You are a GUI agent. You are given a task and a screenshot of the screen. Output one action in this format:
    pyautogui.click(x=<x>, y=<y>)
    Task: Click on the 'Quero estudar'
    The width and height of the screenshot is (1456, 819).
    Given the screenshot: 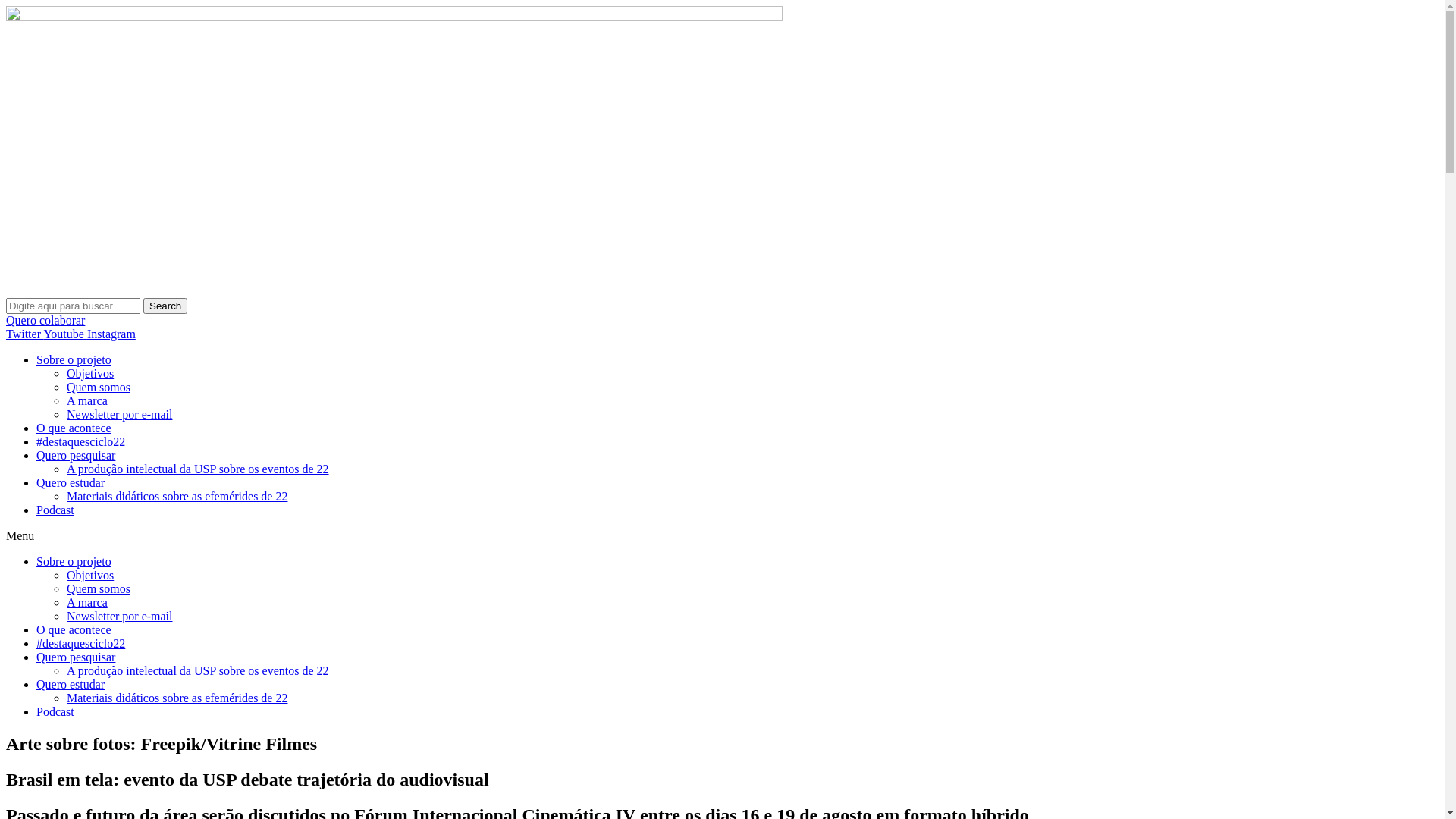 What is the action you would take?
    pyautogui.click(x=69, y=684)
    